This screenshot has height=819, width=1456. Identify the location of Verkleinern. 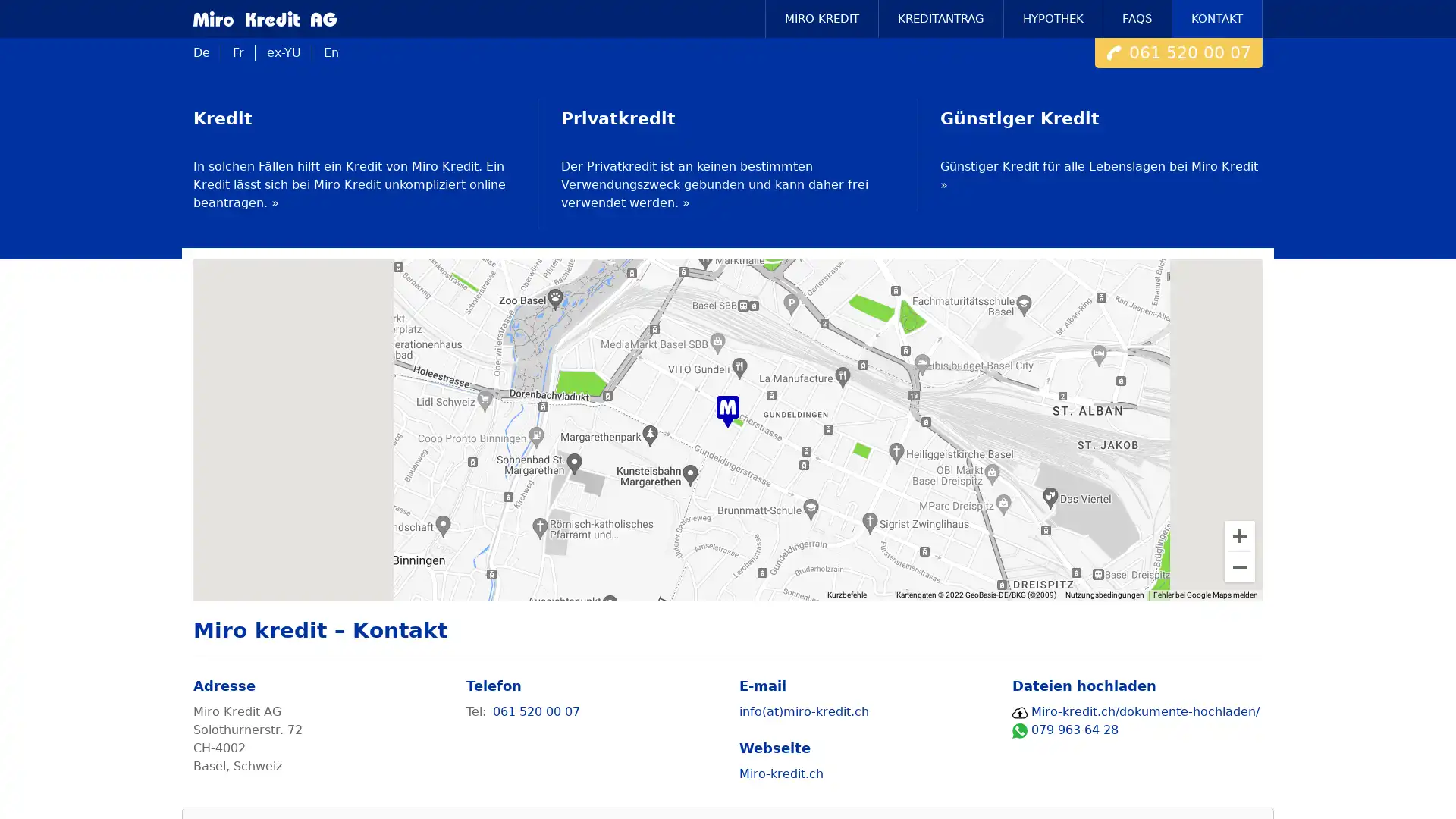
(1240, 566).